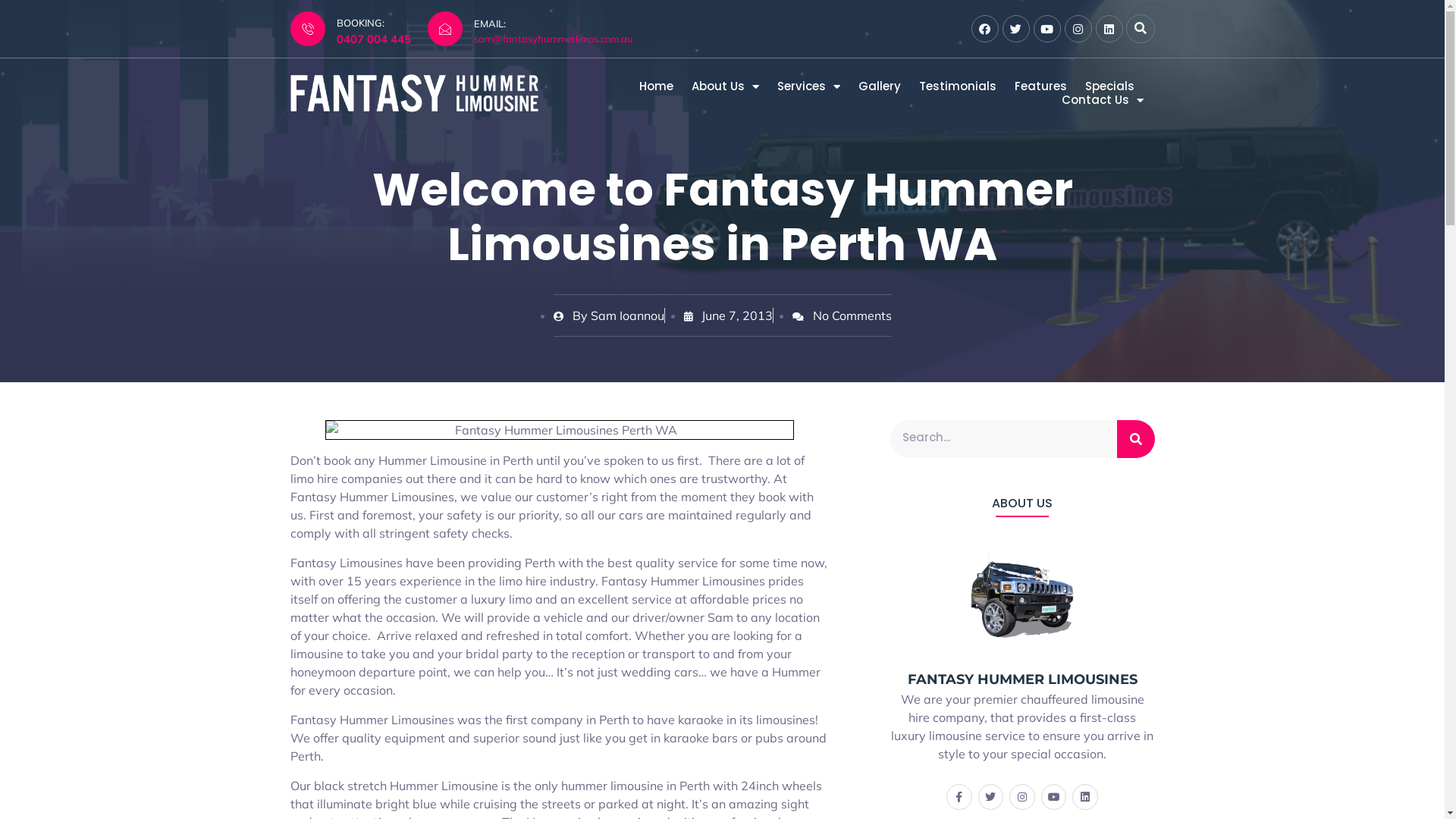 This screenshot has width=1456, height=819. Describe the element at coordinates (1084, 86) in the screenshot. I see `'Specials'` at that location.